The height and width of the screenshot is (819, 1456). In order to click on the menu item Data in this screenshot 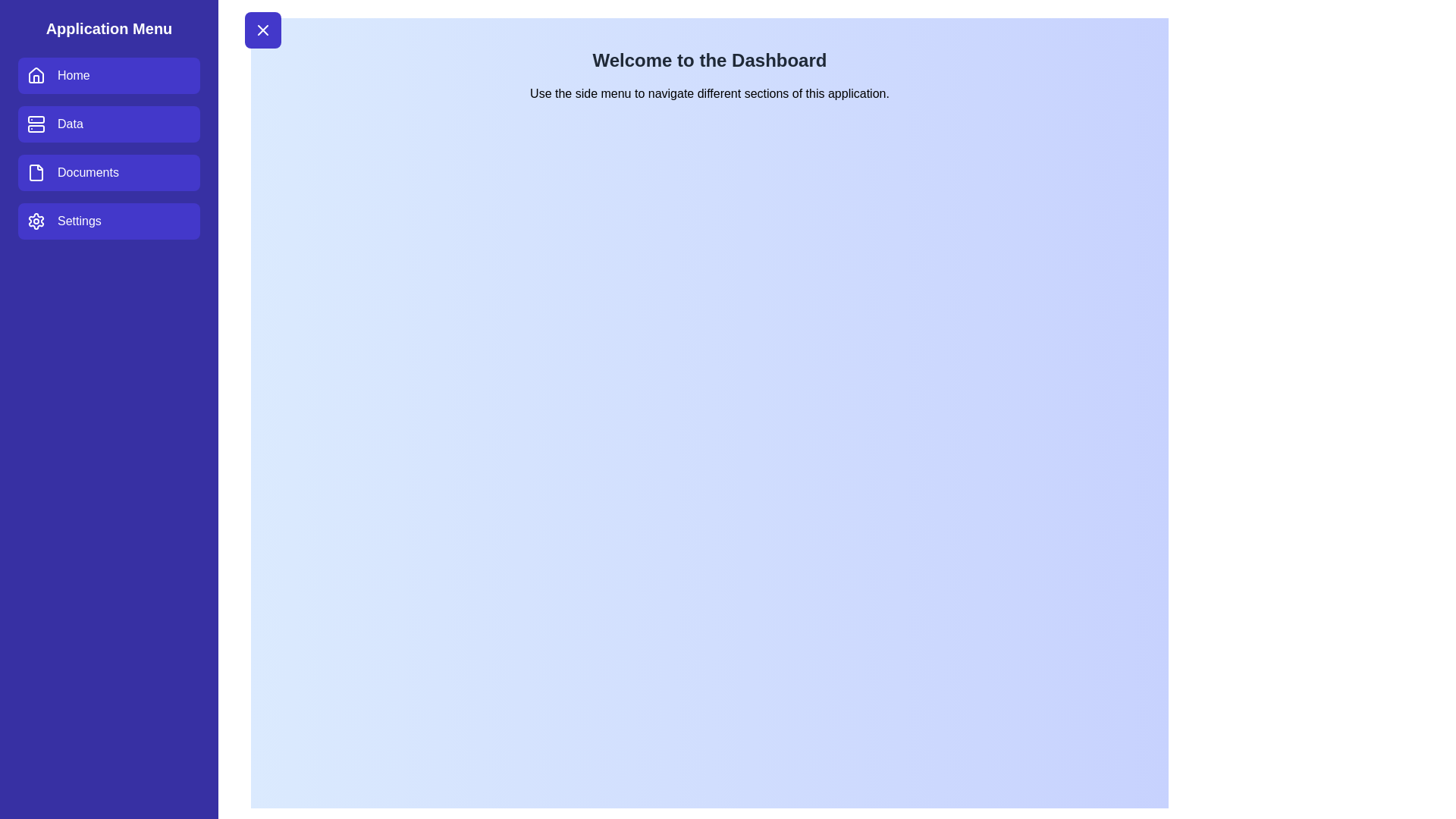, I will do `click(108, 124)`.